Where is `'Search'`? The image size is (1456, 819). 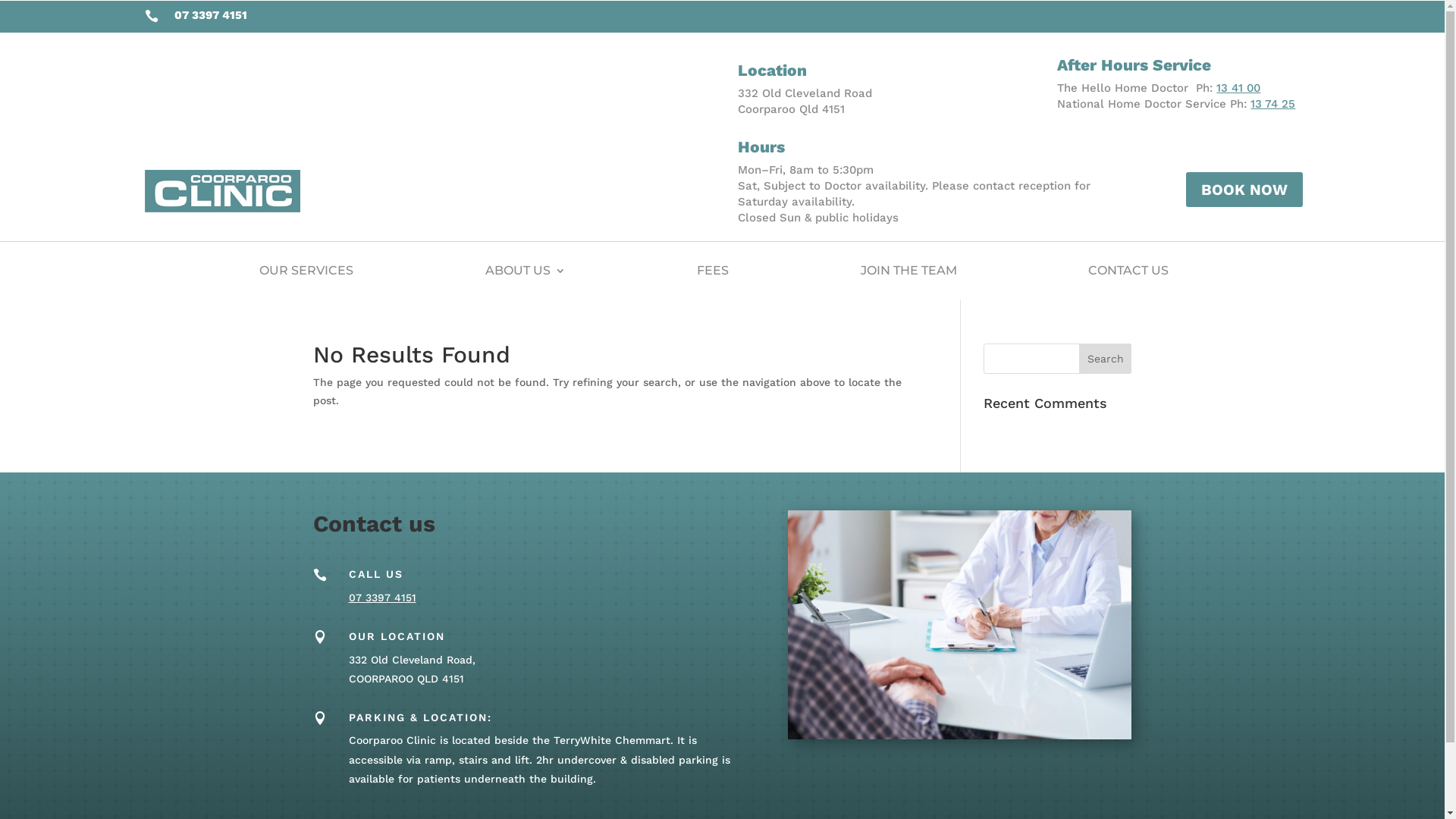
'Search' is located at coordinates (1106, 359).